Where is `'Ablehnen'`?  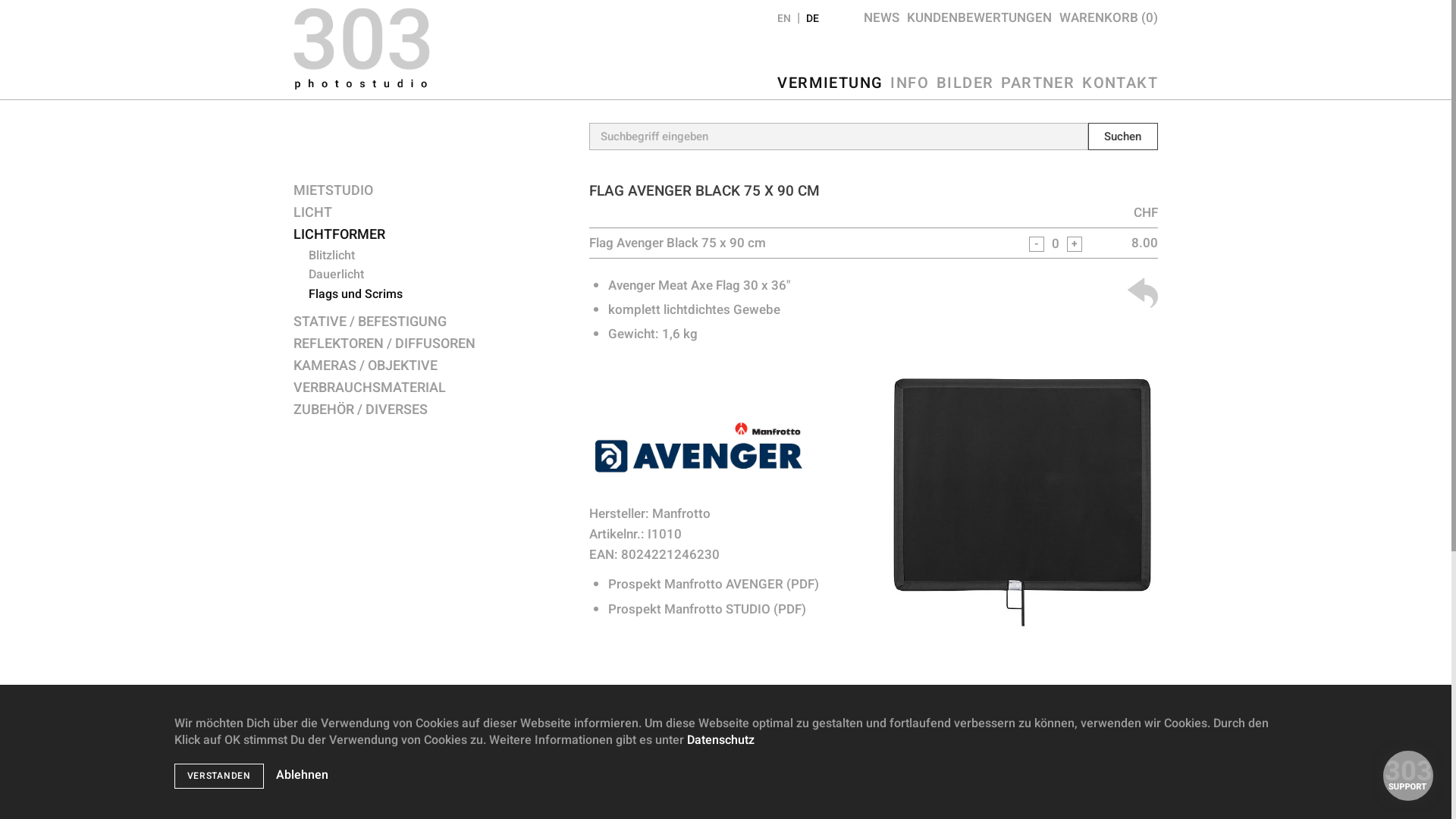
'Ablehnen' is located at coordinates (302, 775).